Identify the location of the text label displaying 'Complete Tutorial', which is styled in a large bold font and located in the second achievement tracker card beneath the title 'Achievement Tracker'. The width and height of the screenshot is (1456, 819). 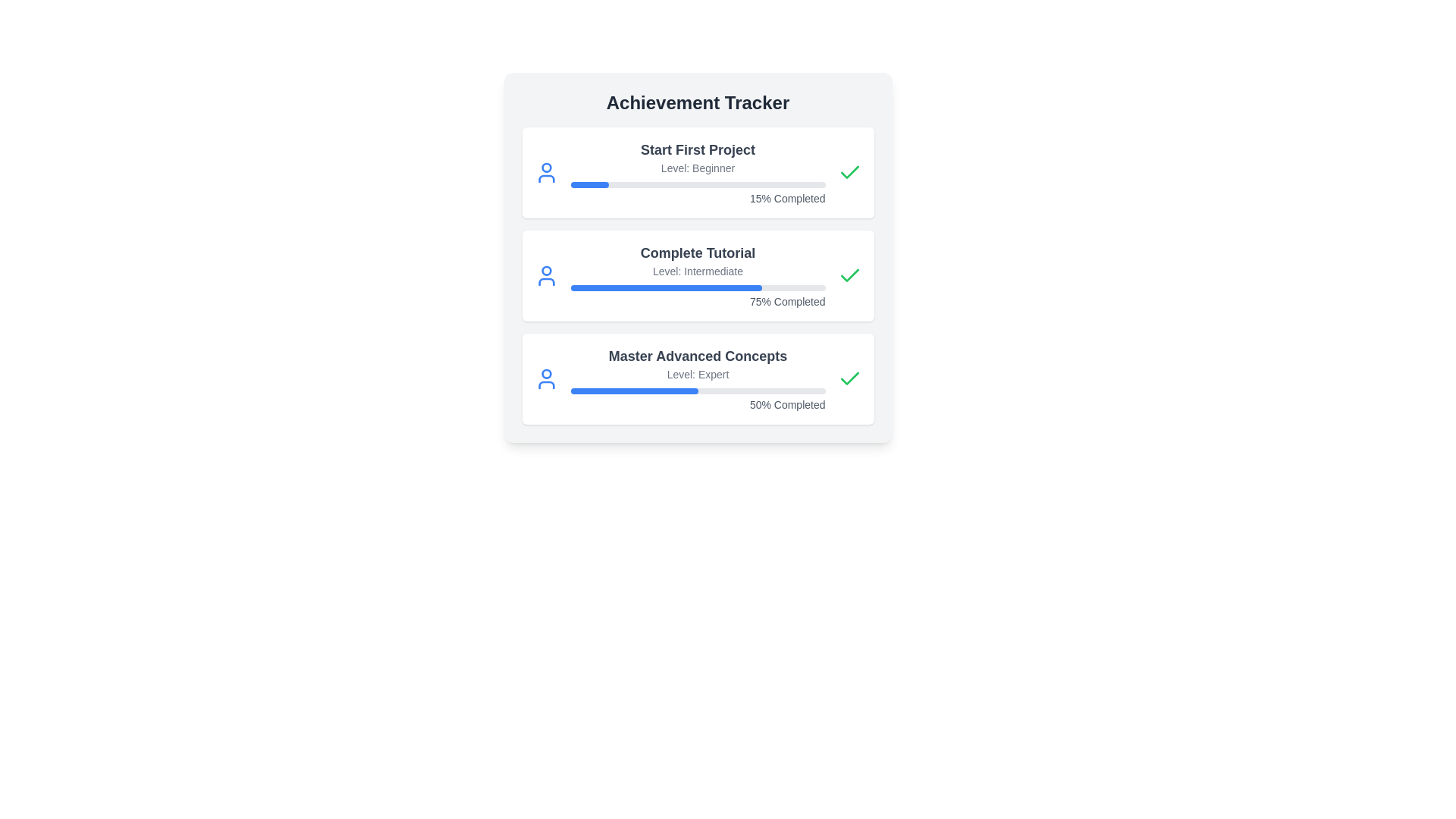
(697, 253).